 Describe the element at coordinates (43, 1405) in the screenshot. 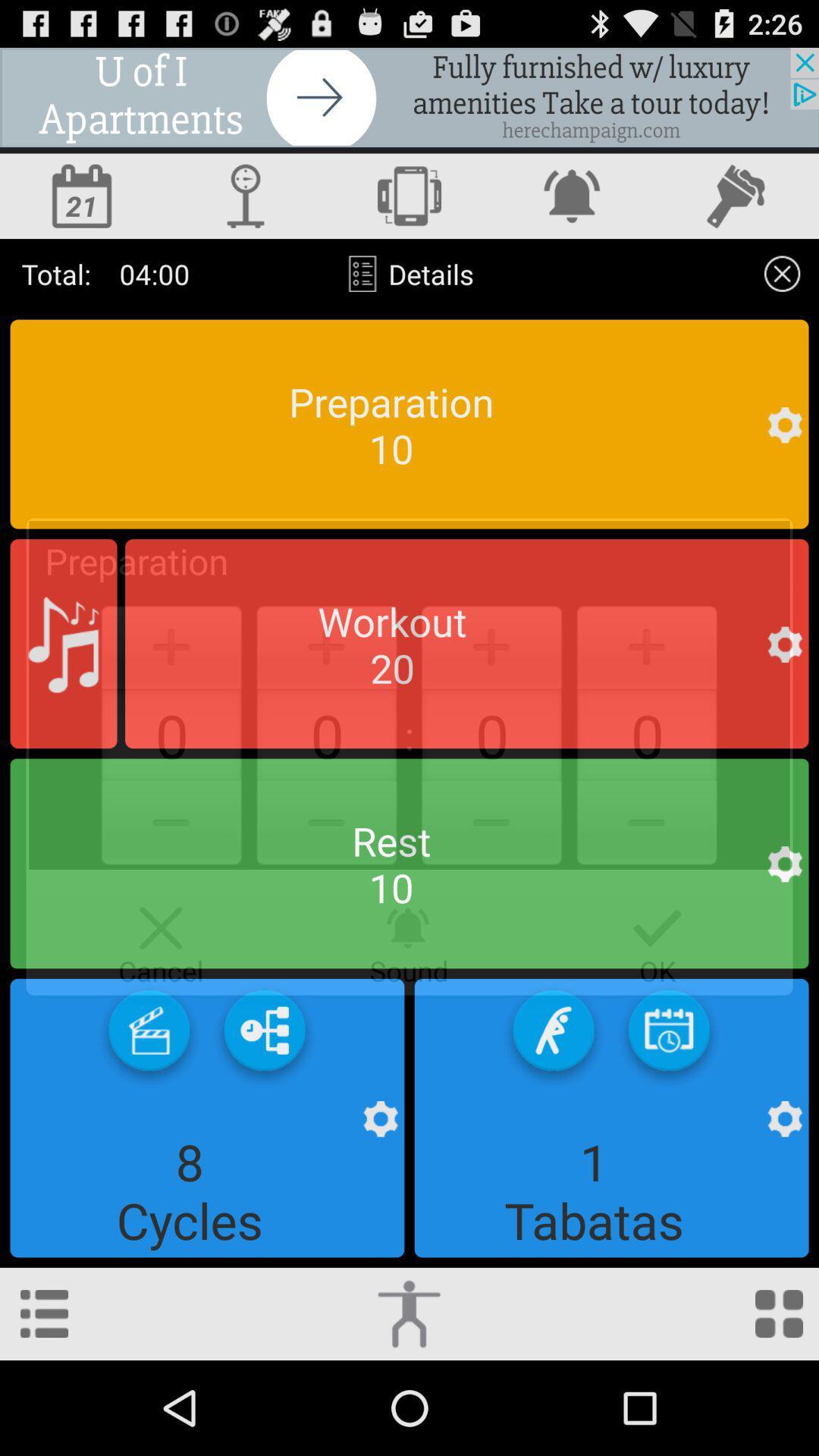

I see `the list icon` at that location.